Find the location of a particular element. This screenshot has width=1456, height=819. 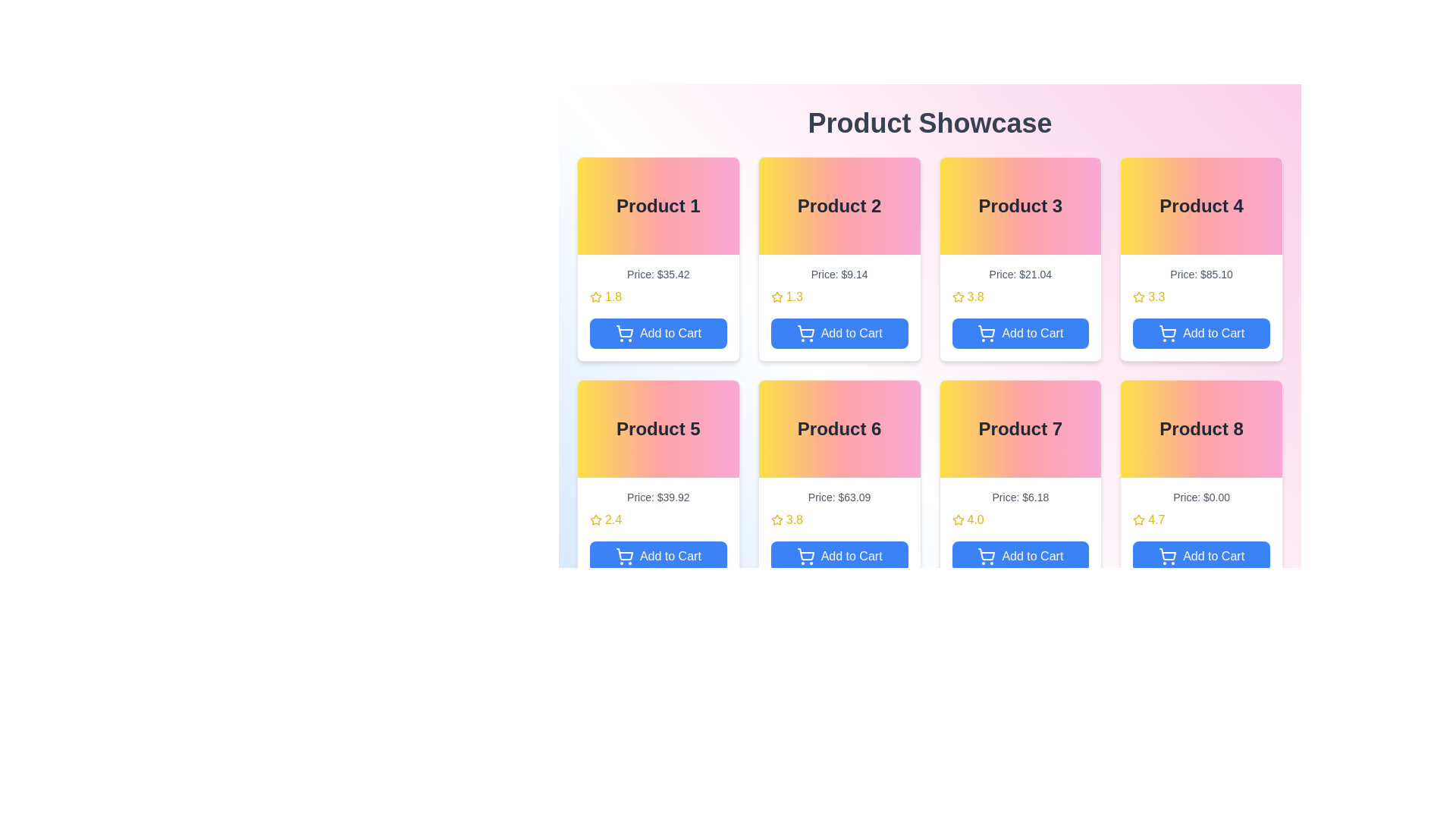

the price text label displayed in gray under the title 'Product 1' within the product card layout is located at coordinates (658, 275).